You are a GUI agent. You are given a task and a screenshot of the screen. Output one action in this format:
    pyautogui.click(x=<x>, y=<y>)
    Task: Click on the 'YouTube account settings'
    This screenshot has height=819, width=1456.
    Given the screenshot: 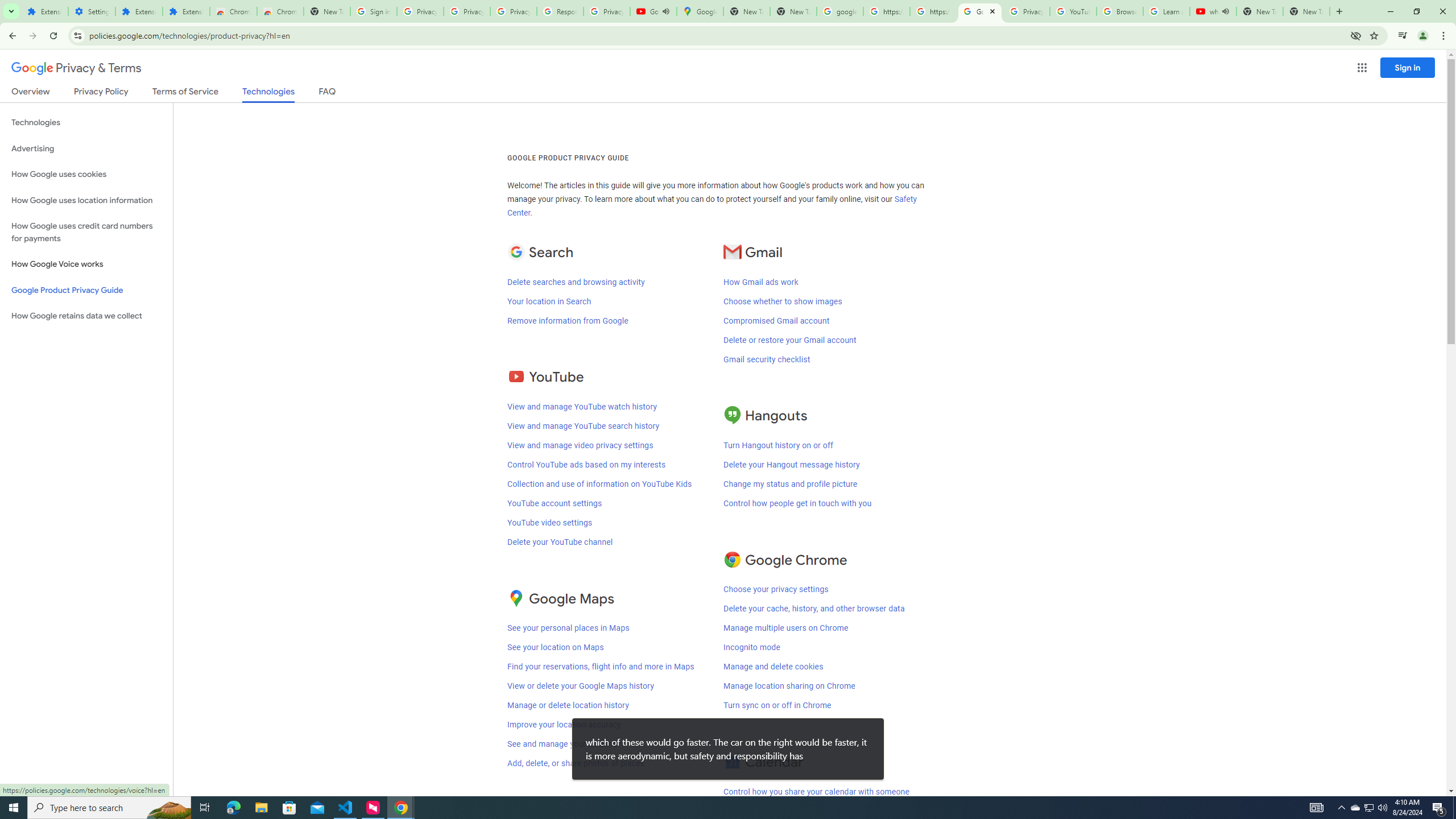 What is the action you would take?
    pyautogui.click(x=554, y=503)
    